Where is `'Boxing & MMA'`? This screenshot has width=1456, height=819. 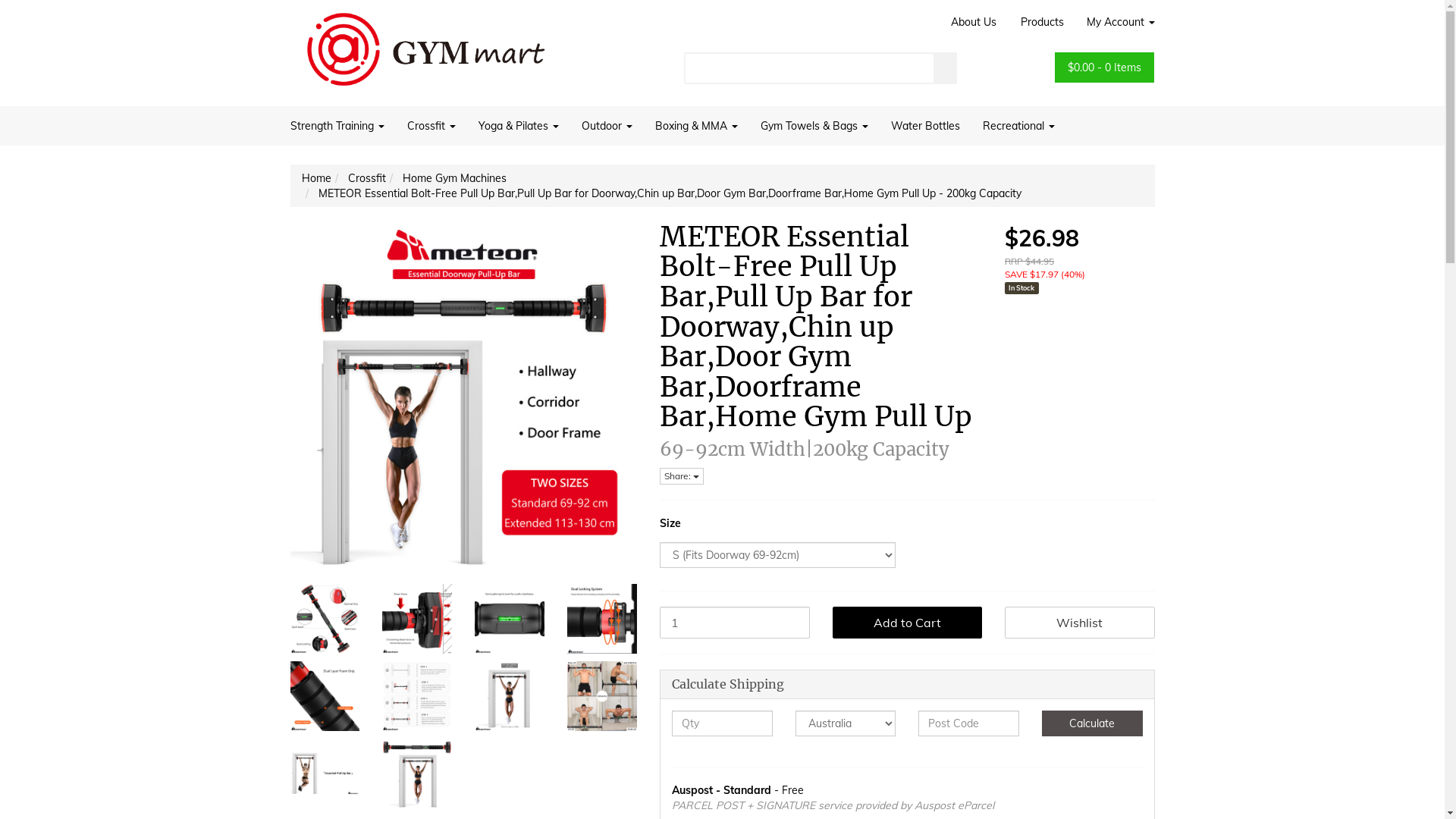 'Boxing & MMA' is located at coordinates (695, 124).